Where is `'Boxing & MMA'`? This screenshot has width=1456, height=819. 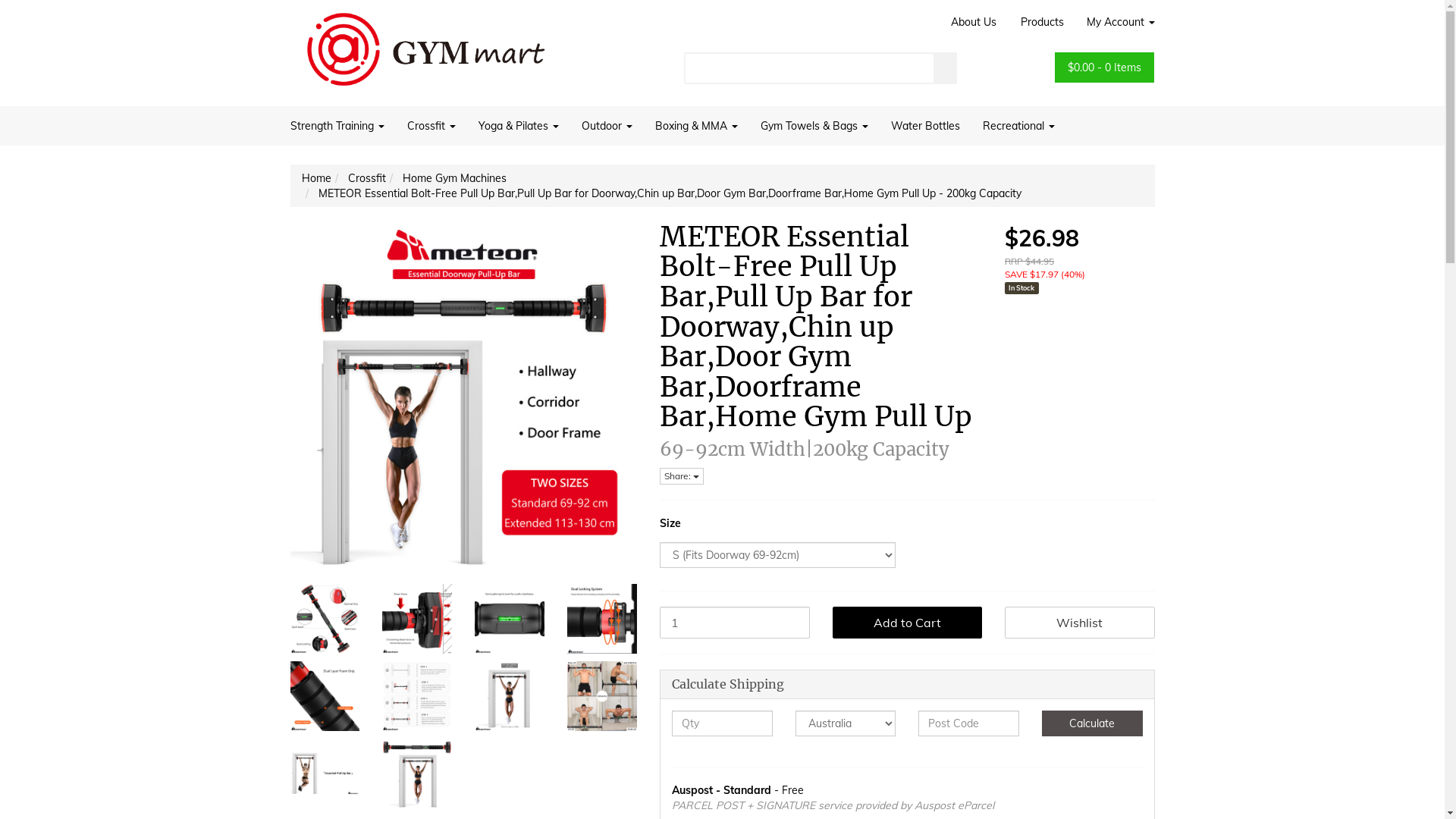 'Boxing & MMA' is located at coordinates (695, 124).